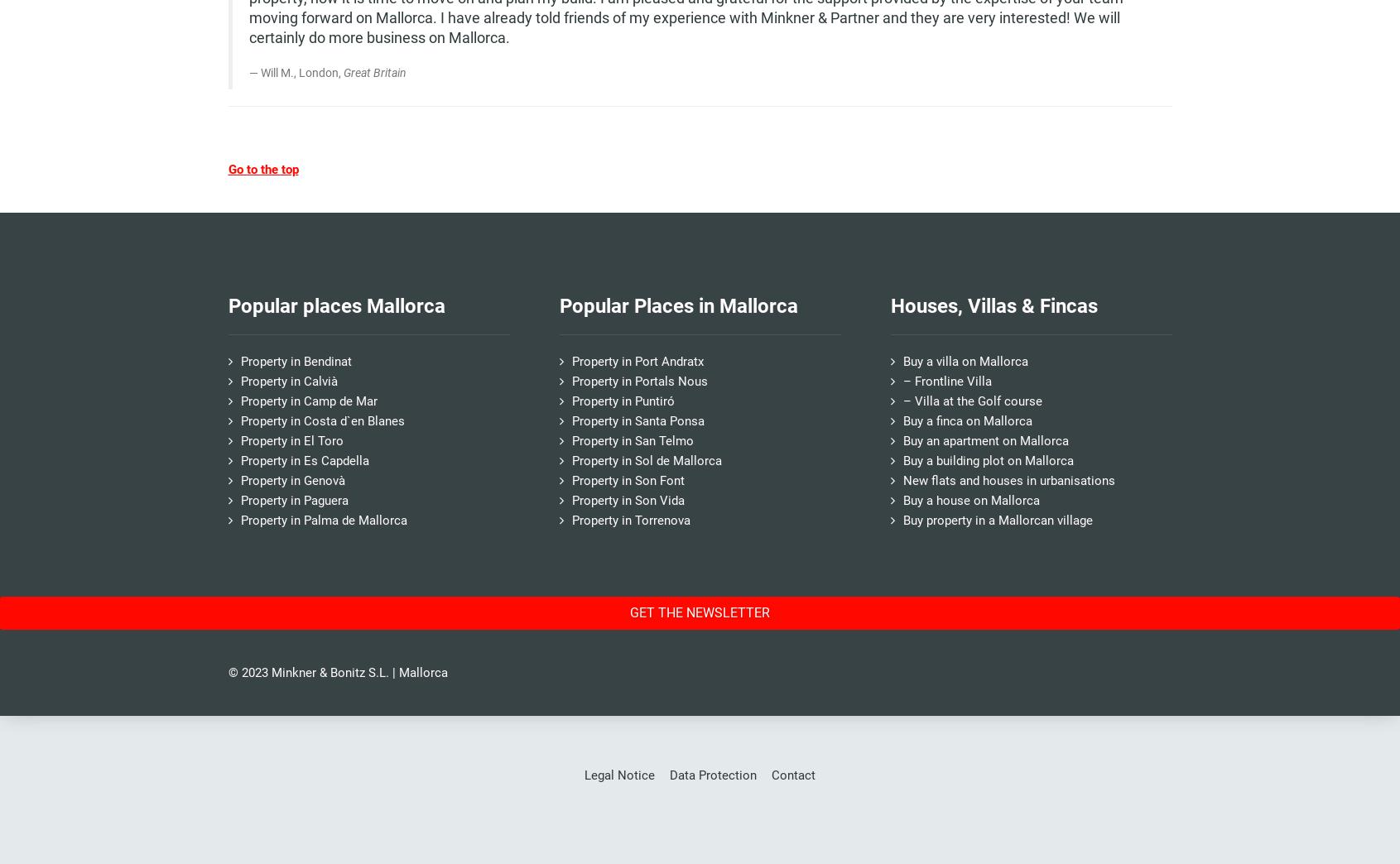  I want to click on 'Property in Sol de Mallorca', so click(570, 459).